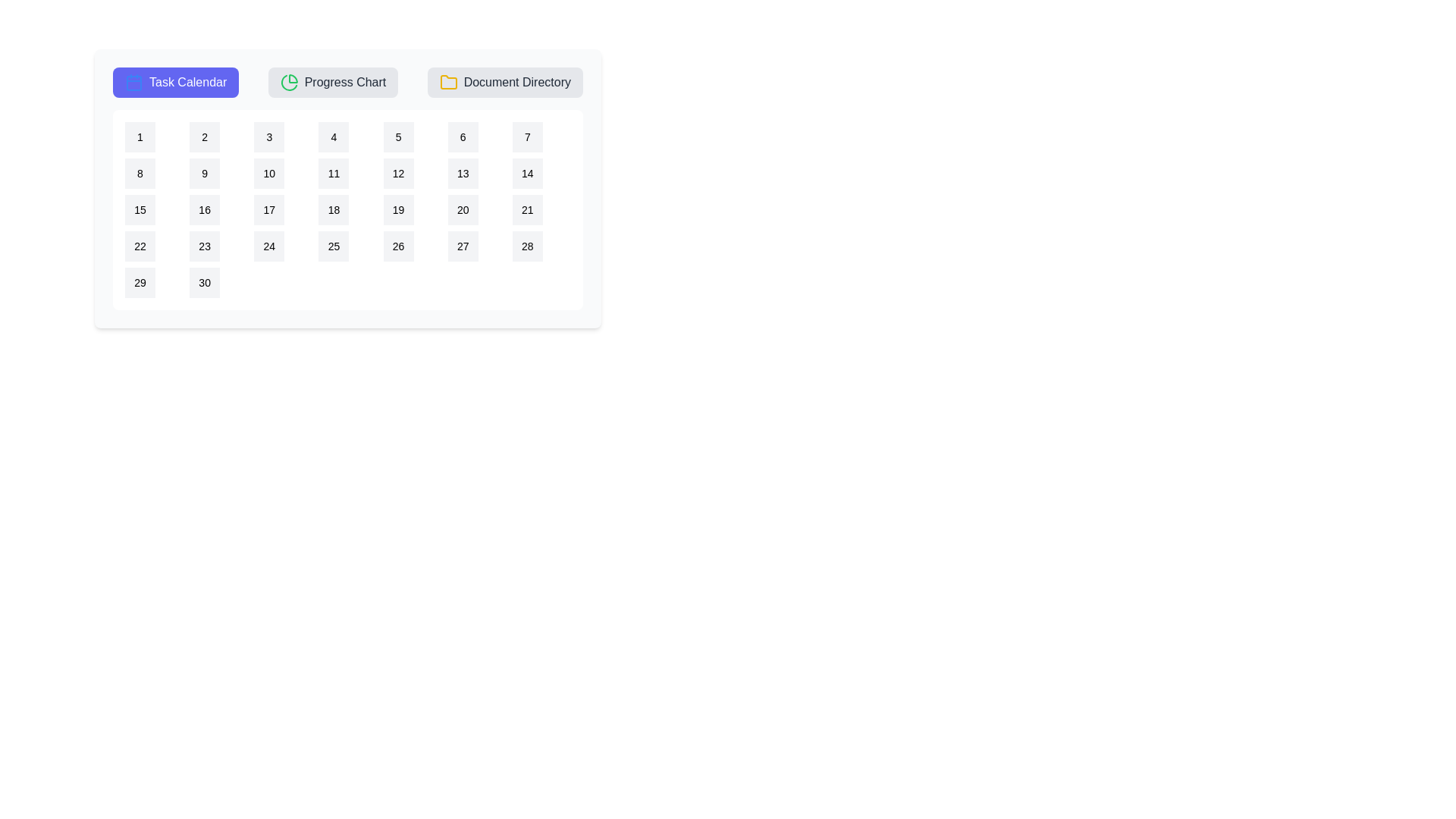  I want to click on the calendar date 22, so click(140, 245).